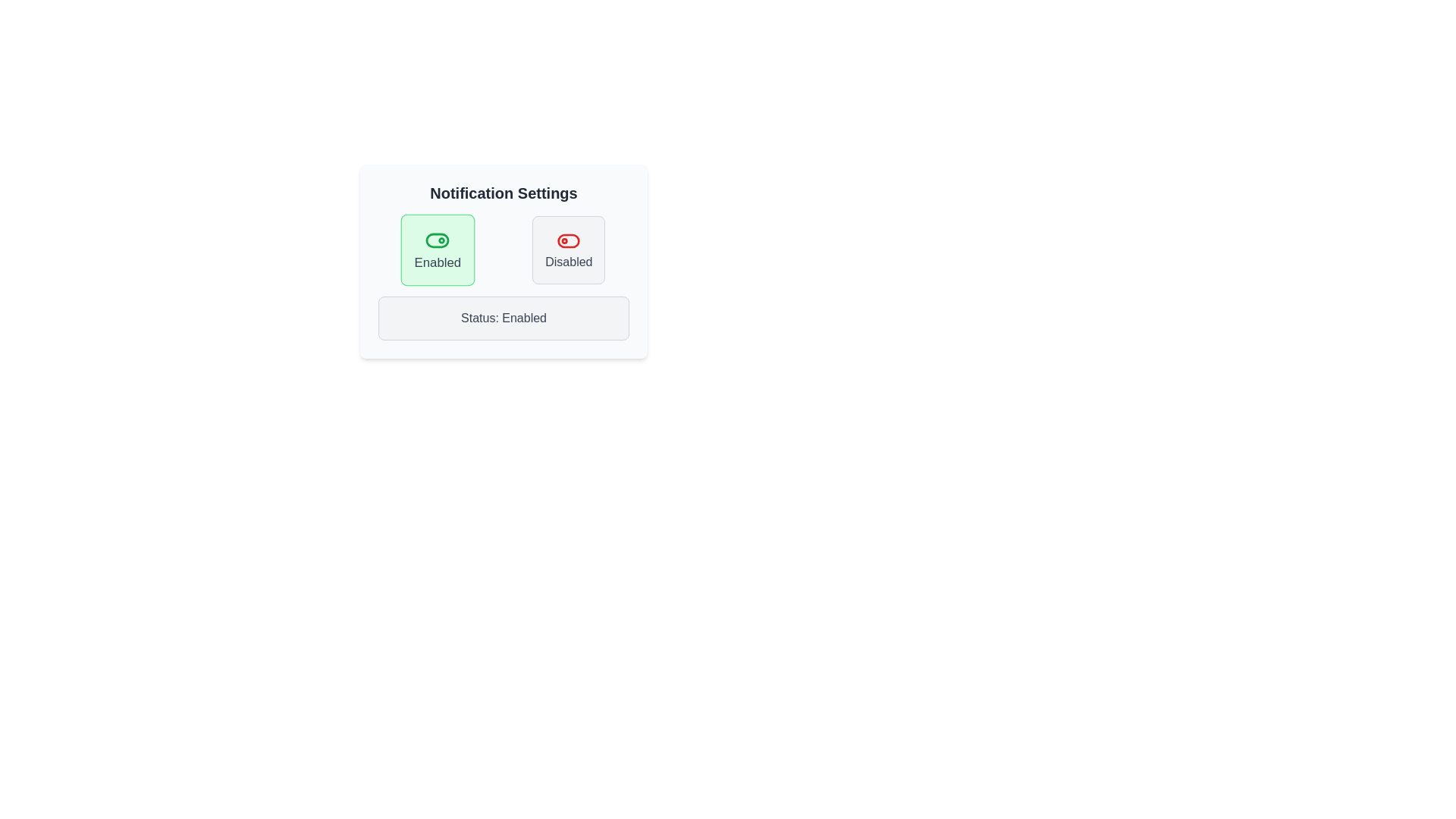 The image size is (1456, 819). What do you see at coordinates (504, 318) in the screenshot?
I see `the static label that displays 'Status: Enabled', which is styled with a light gray background and positioned at the bottom of the 'Notification Settings' card` at bounding box center [504, 318].